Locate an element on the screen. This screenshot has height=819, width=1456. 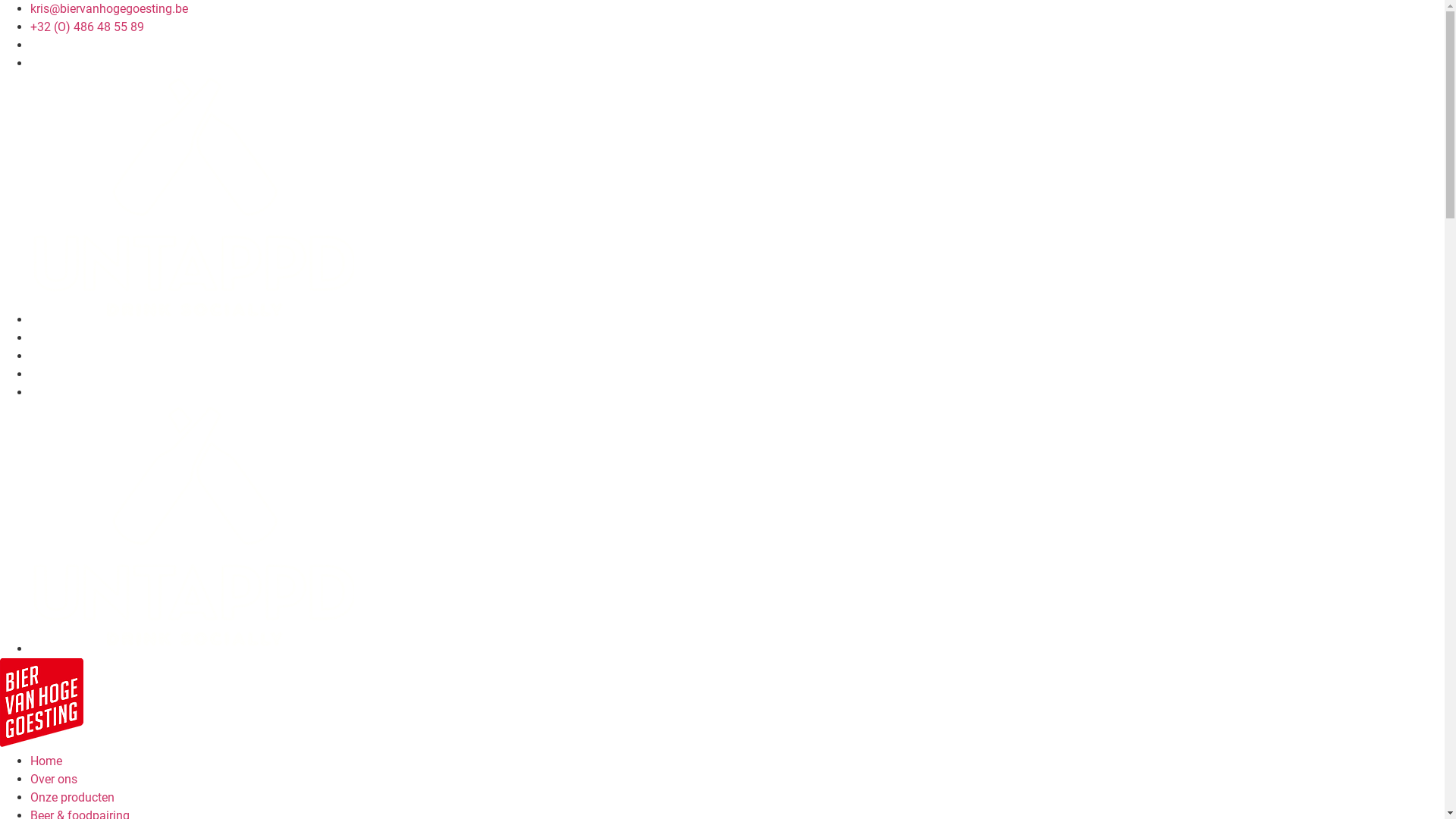
'kris@biervanhogegoesting.be' is located at coordinates (108, 8).